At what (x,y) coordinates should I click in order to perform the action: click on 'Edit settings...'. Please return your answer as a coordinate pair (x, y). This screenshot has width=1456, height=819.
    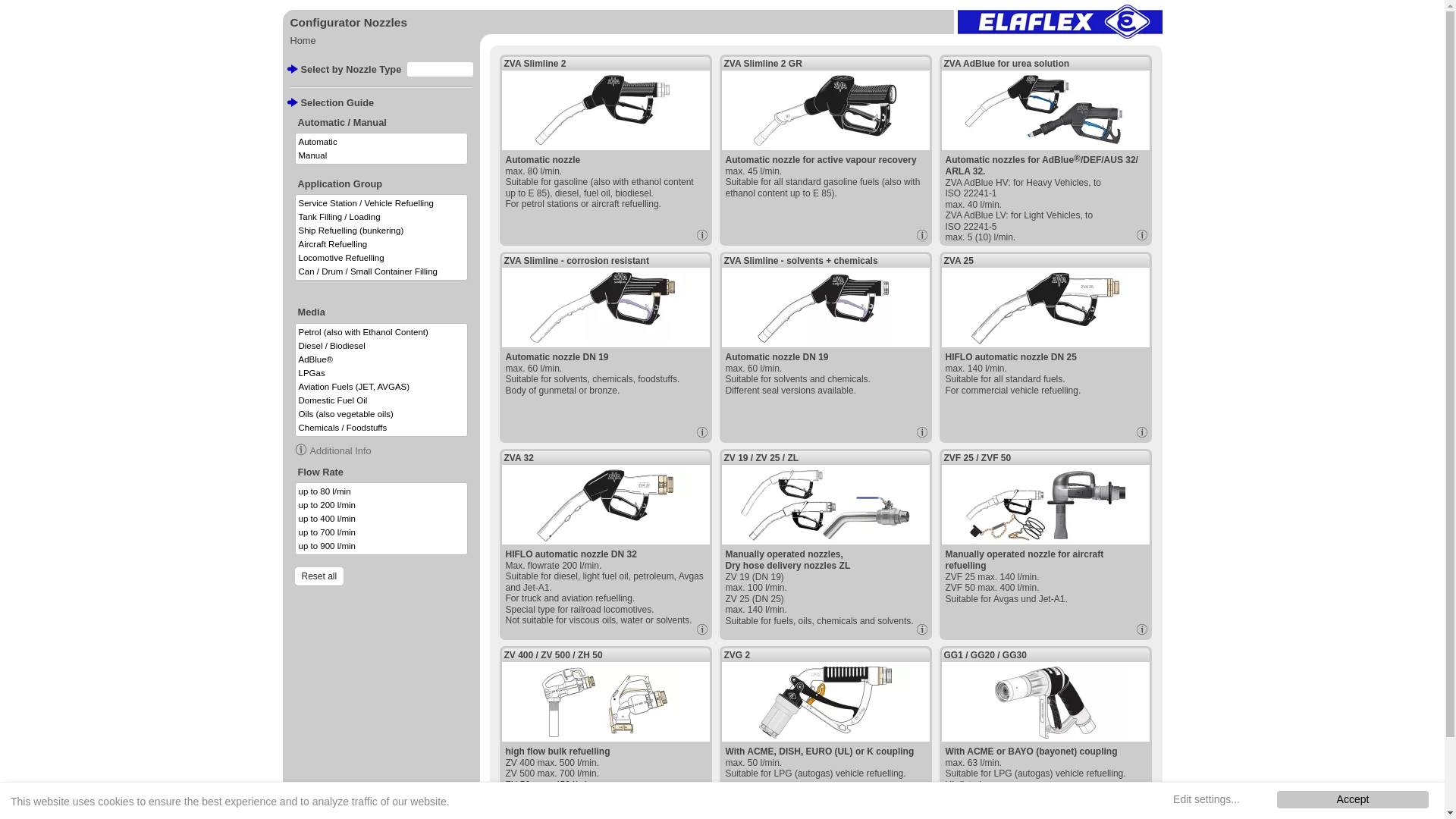
    Looking at the image, I should click on (1205, 799).